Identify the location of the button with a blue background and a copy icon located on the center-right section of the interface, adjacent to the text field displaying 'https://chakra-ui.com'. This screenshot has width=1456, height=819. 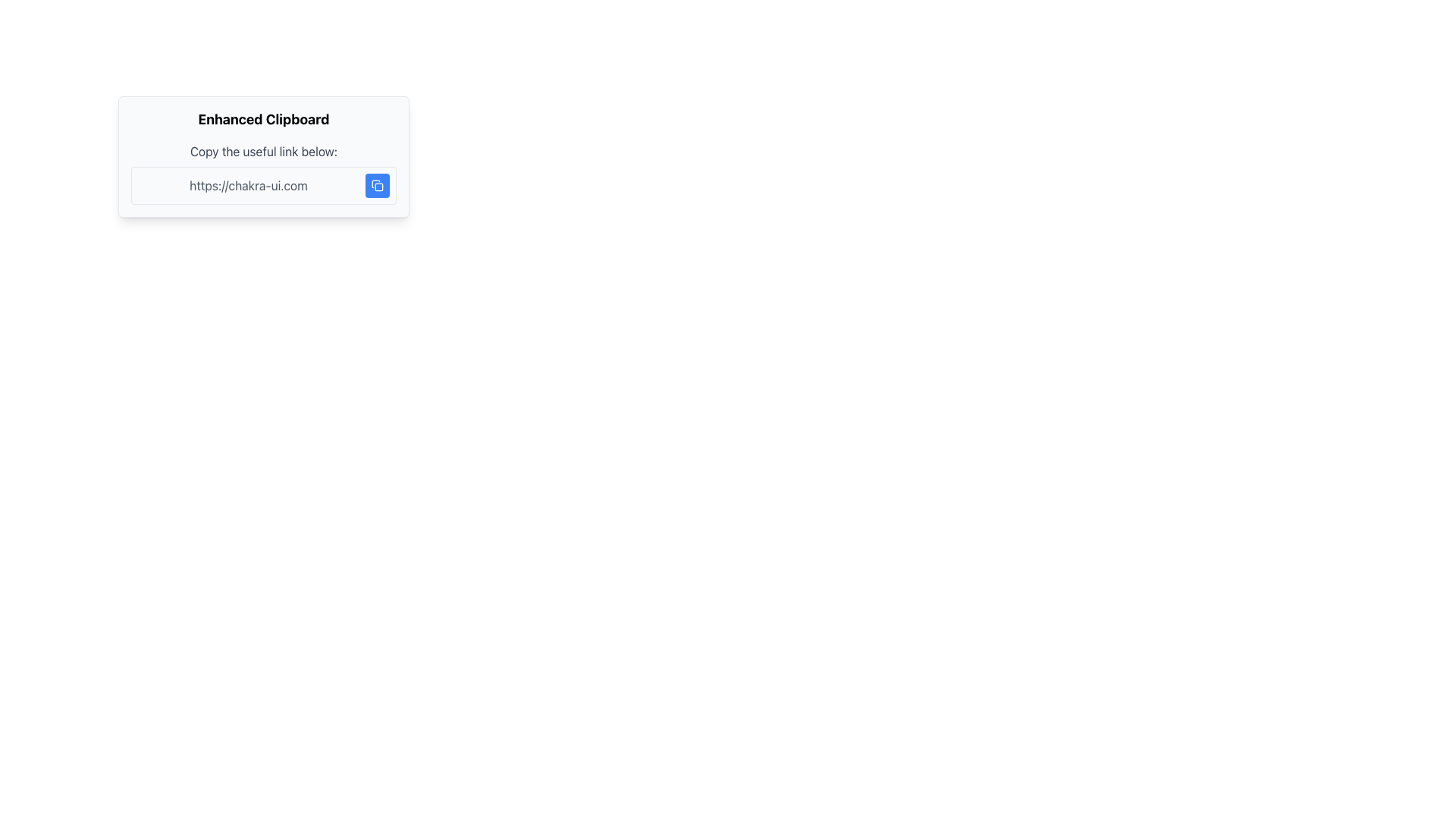
(378, 185).